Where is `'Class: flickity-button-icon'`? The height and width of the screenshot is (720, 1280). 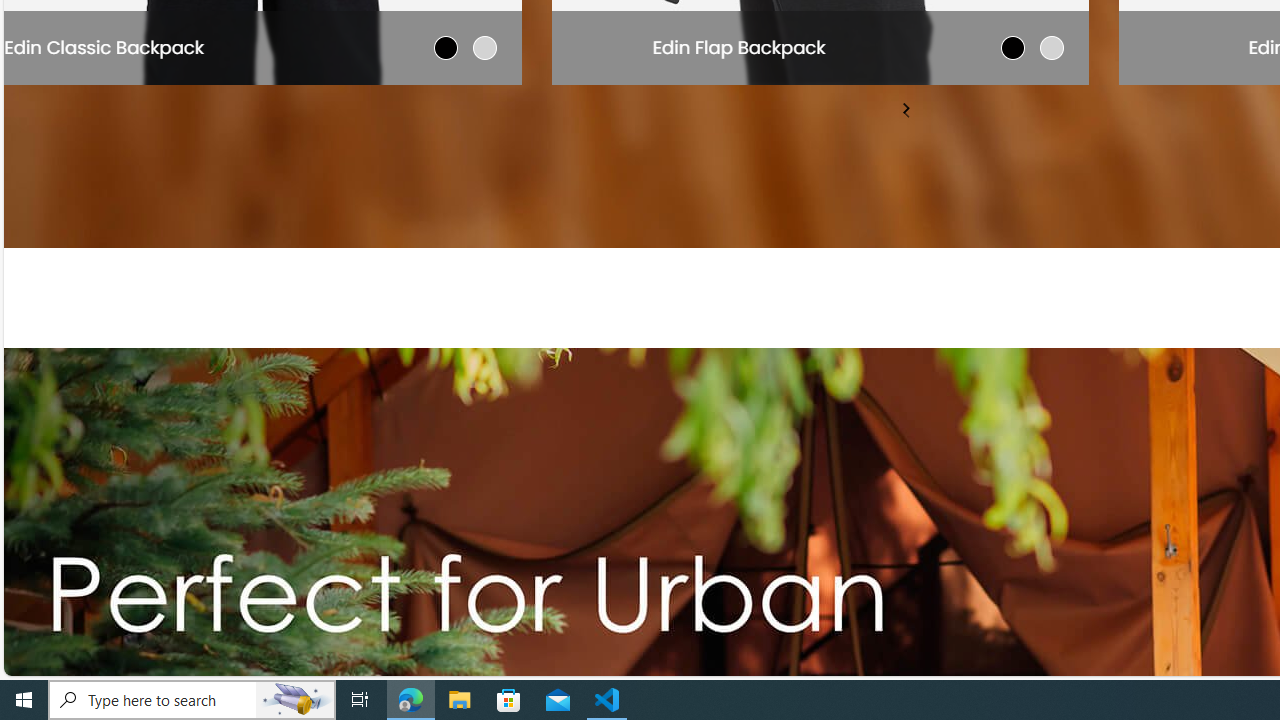
'Class: flickity-button-icon' is located at coordinates (904, 108).